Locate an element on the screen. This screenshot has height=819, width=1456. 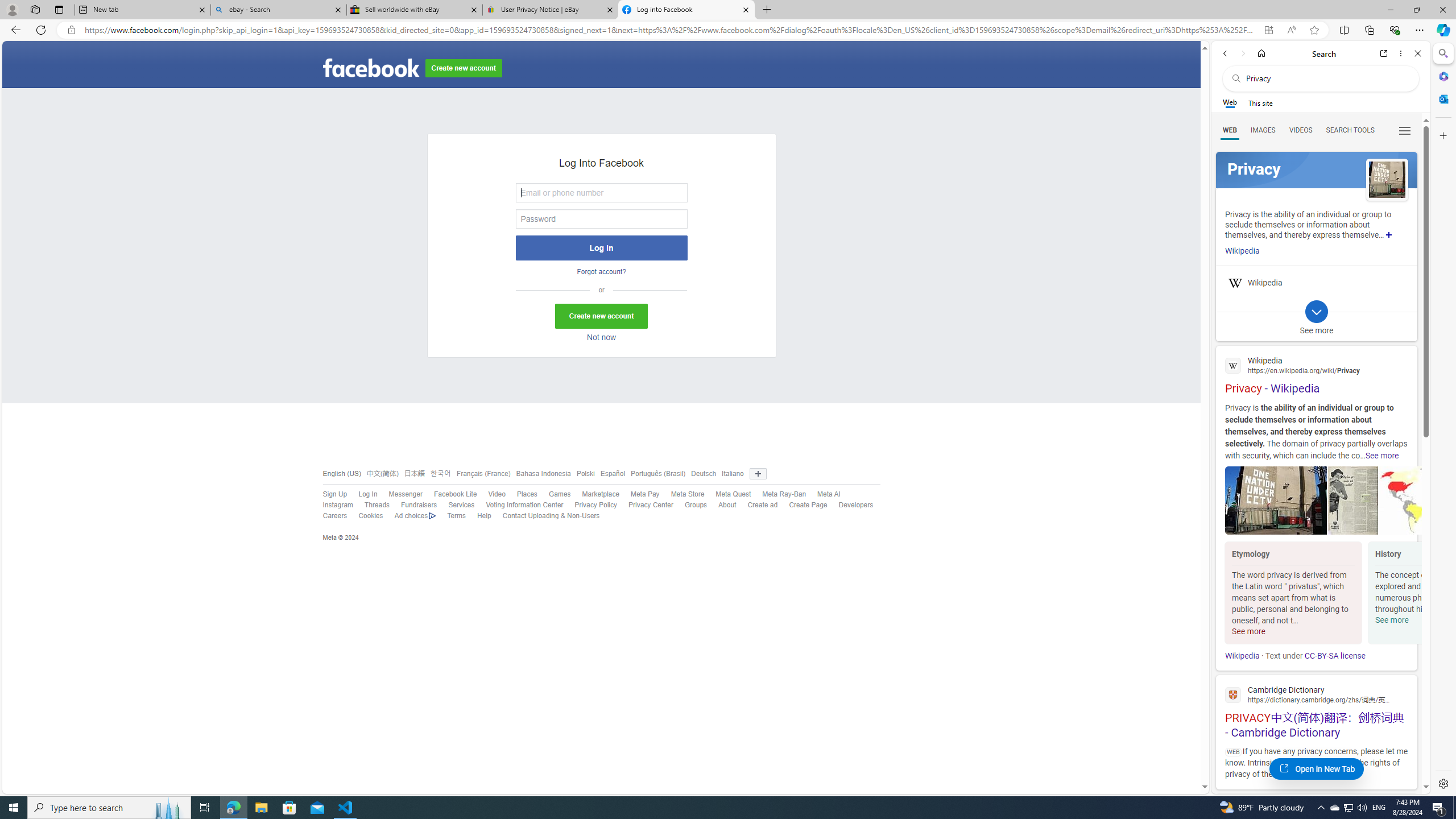
'VIDEOS' is located at coordinates (1300, 130).